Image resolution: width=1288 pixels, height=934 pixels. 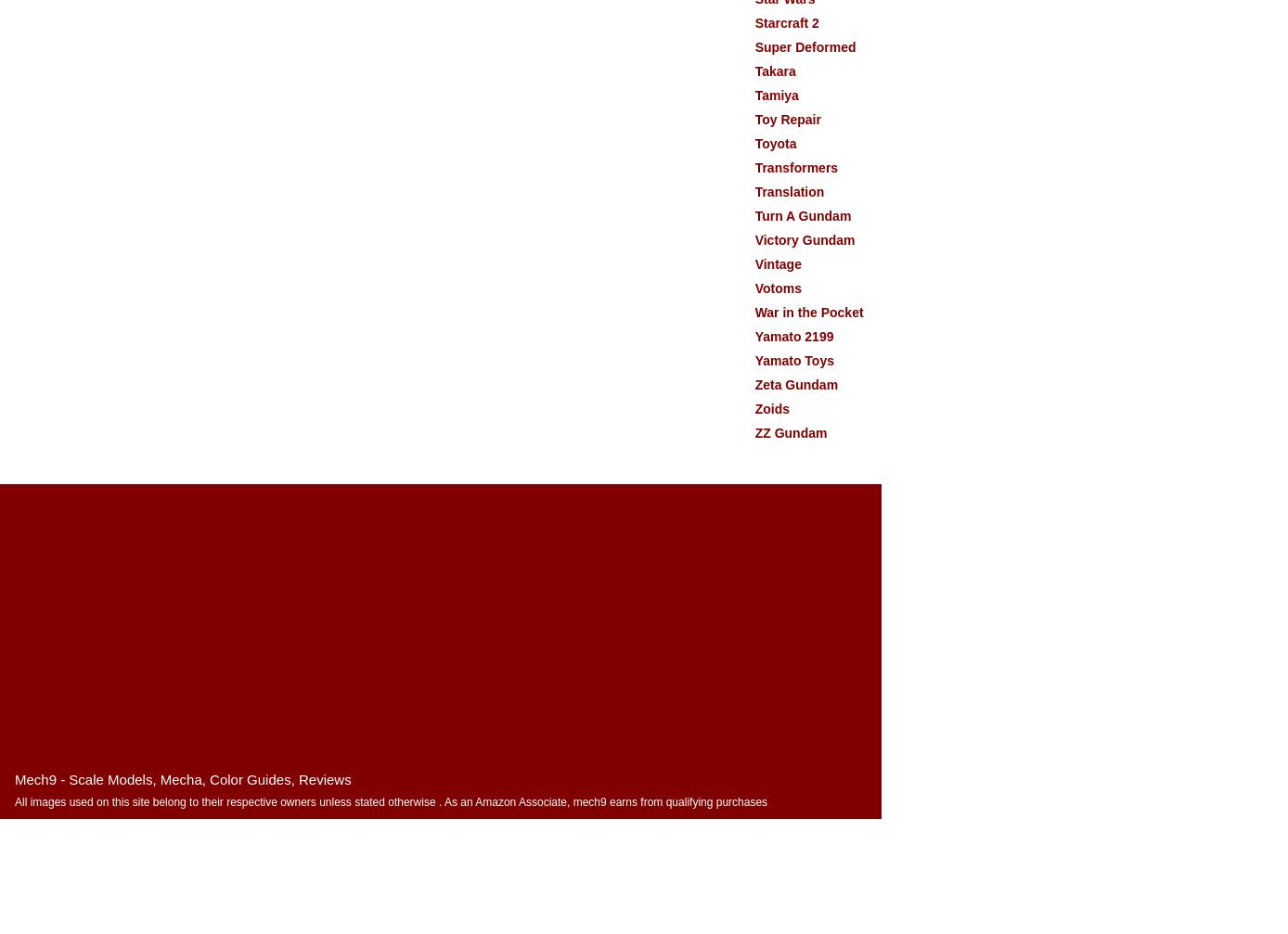 What do you see at coordinates (390, 800) in the screenshot?
I see `'All images used on this site belong to their respective owners unless stated otherwise .  As an Amazon Associate, mech9 earns from qualifying purchases'` at bounding box center [390, 800].